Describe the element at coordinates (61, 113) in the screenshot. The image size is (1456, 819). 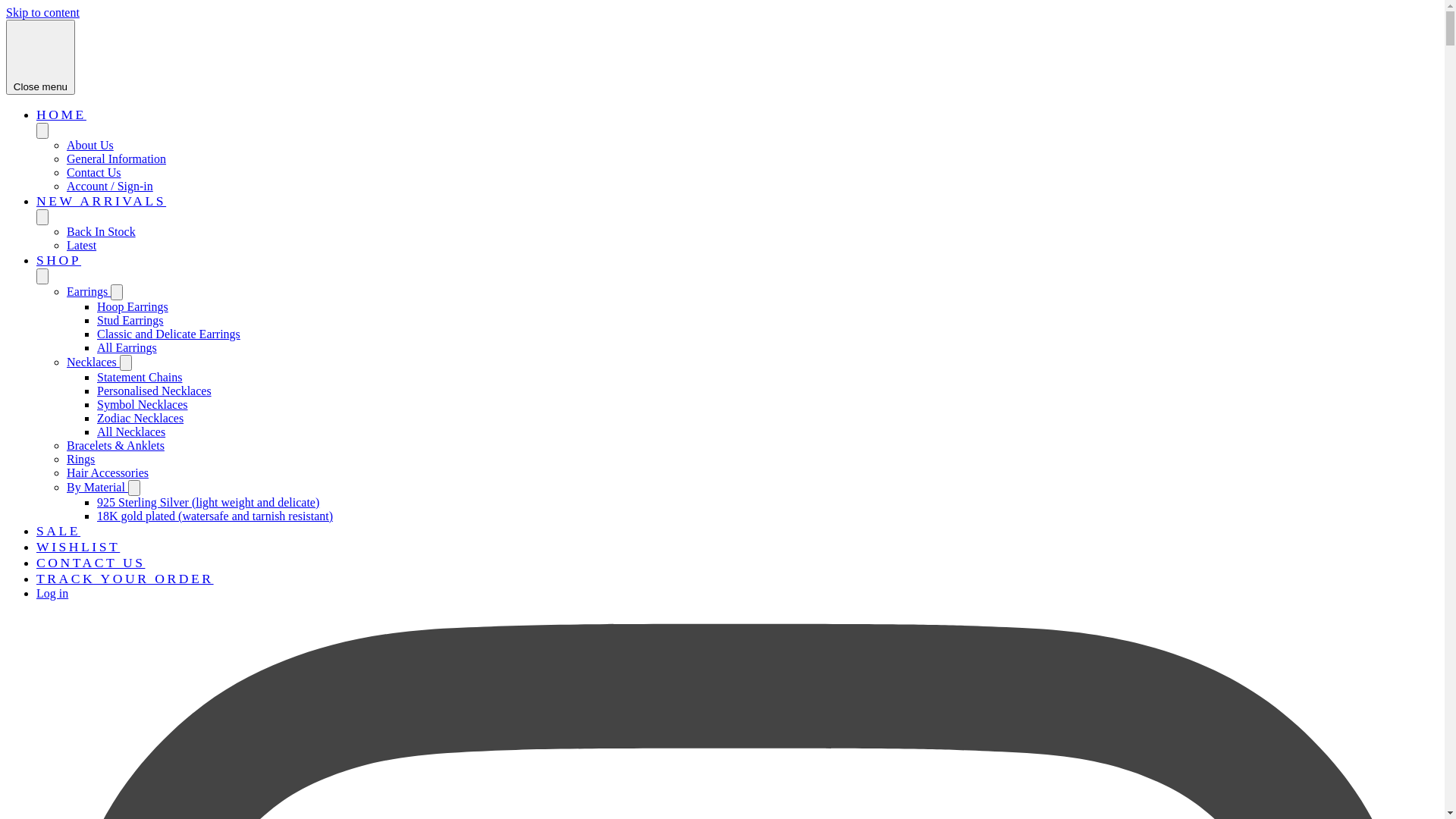
I see `'HOME'` at that location.